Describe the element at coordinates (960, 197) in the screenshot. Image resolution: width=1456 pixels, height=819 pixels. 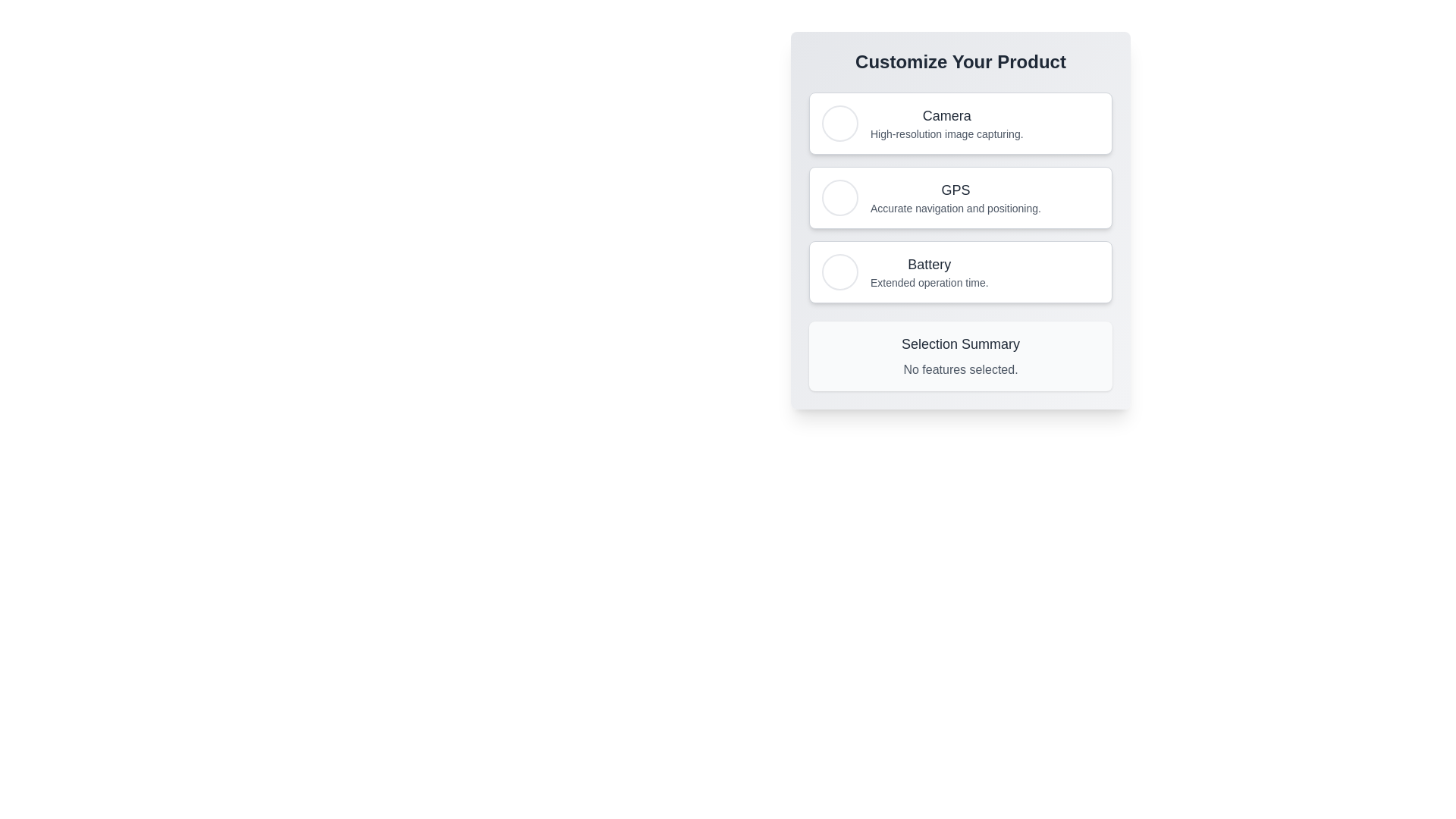
I see `the GPS feature selection card` at that location.